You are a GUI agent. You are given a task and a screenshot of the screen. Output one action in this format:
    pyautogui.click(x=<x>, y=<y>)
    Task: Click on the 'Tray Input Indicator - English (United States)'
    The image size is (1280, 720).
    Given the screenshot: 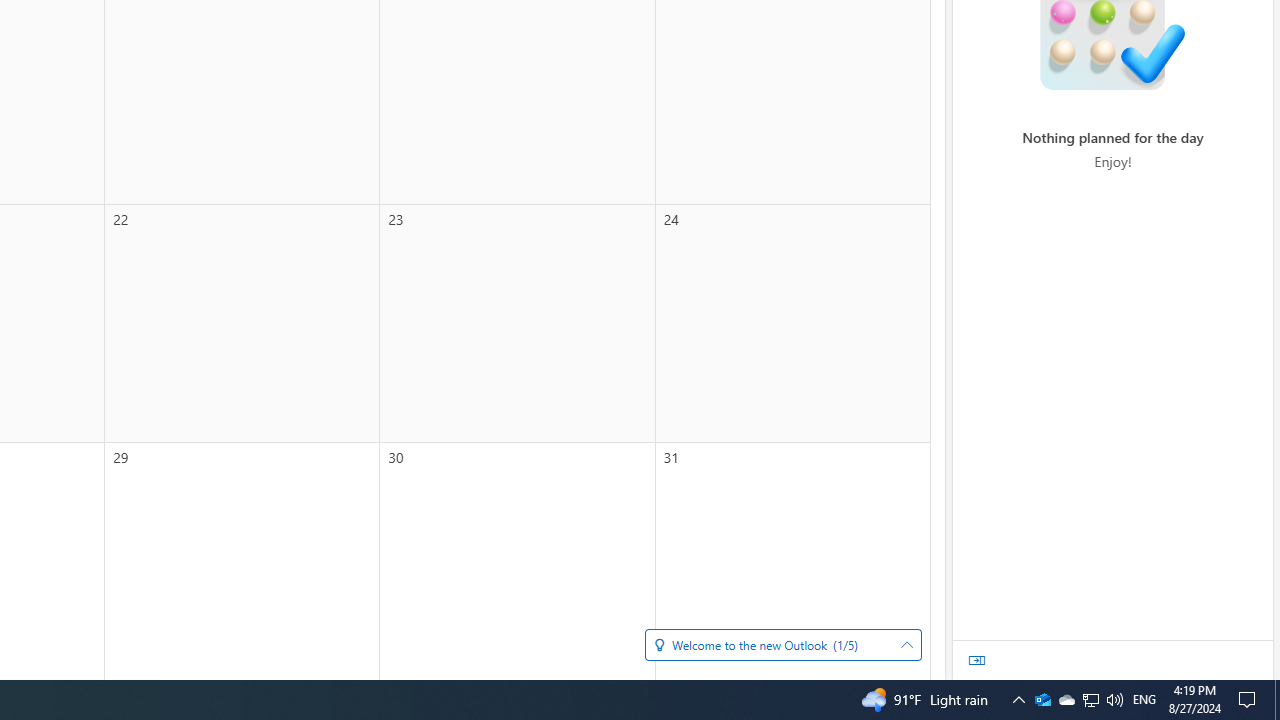 What is the action you would take?
    pyautogui.click(x=1113, y=698)
    